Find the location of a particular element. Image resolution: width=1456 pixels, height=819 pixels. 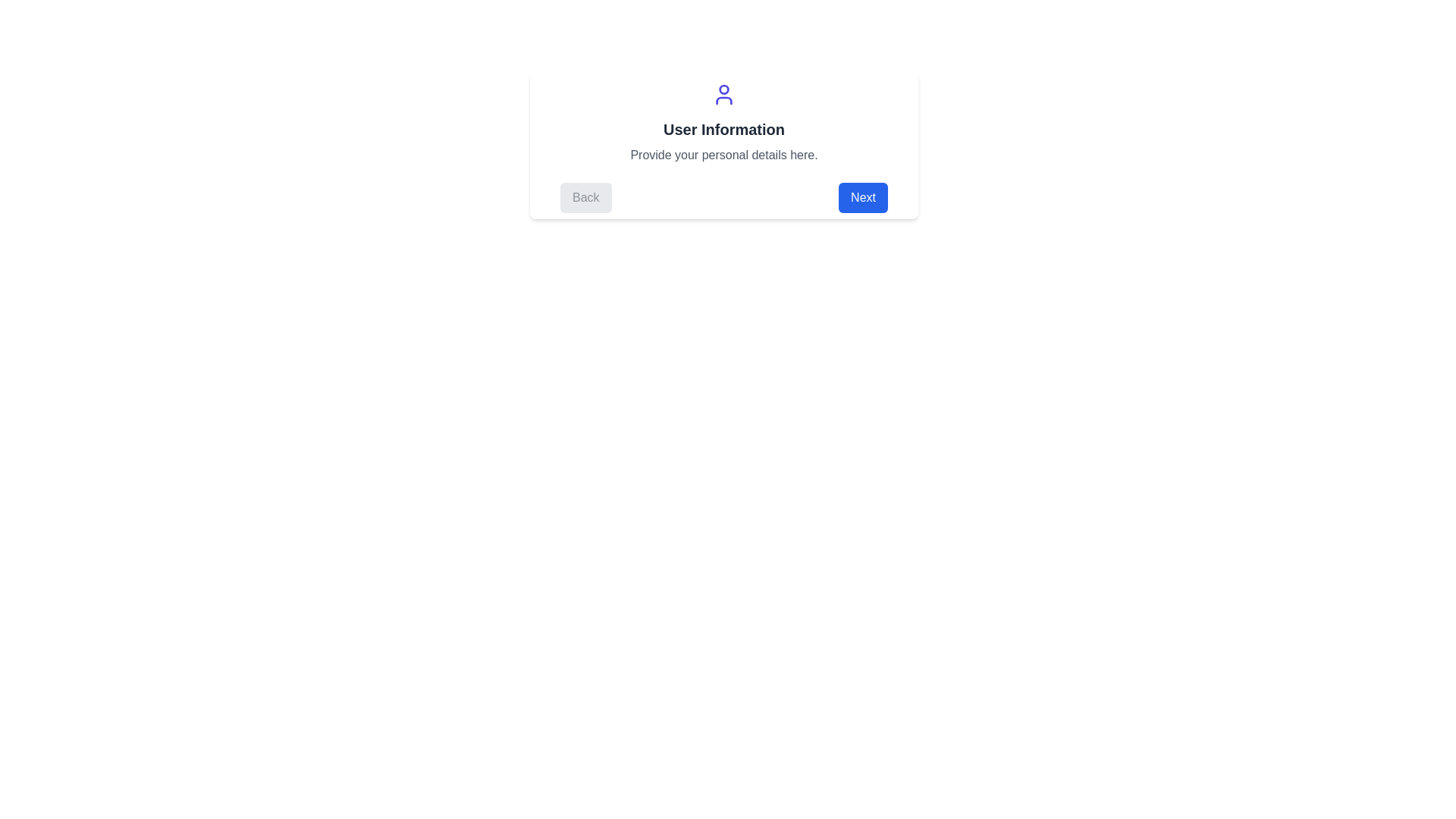

the icon visually by centering it in the viewport is located at coordinates (723, 94).